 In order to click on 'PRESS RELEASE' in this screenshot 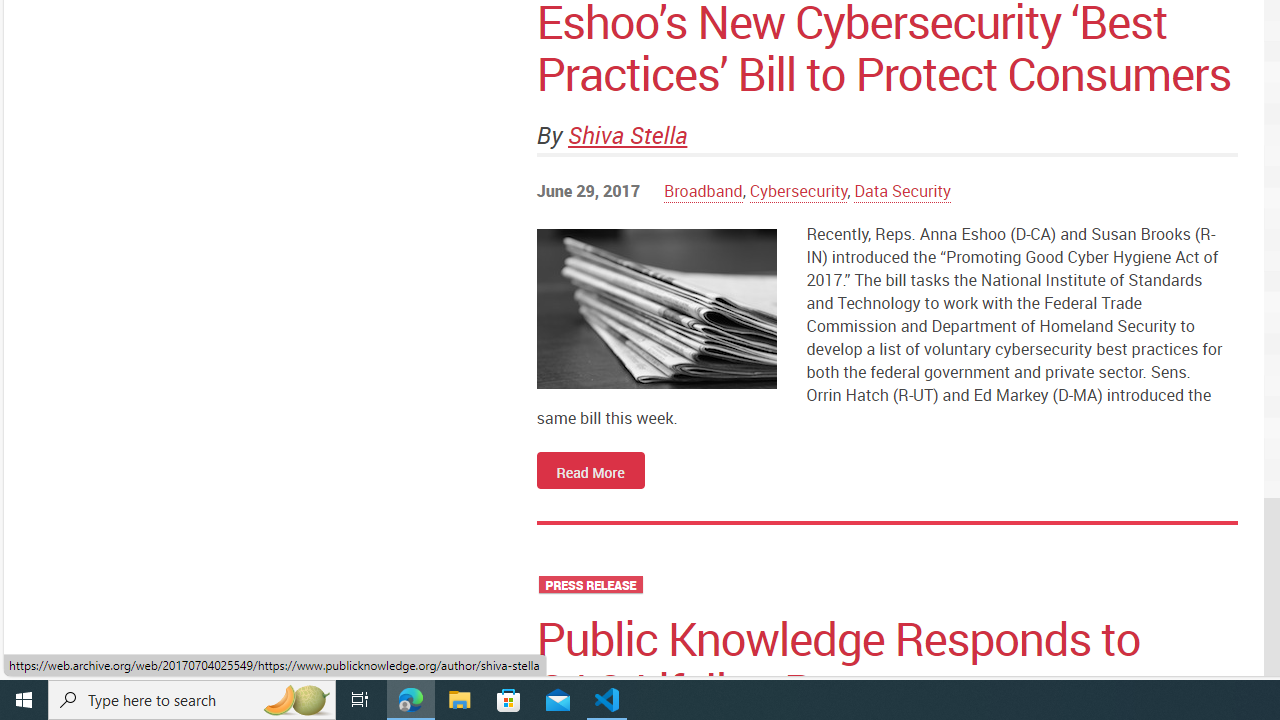, I will do `click(589, 585)`.